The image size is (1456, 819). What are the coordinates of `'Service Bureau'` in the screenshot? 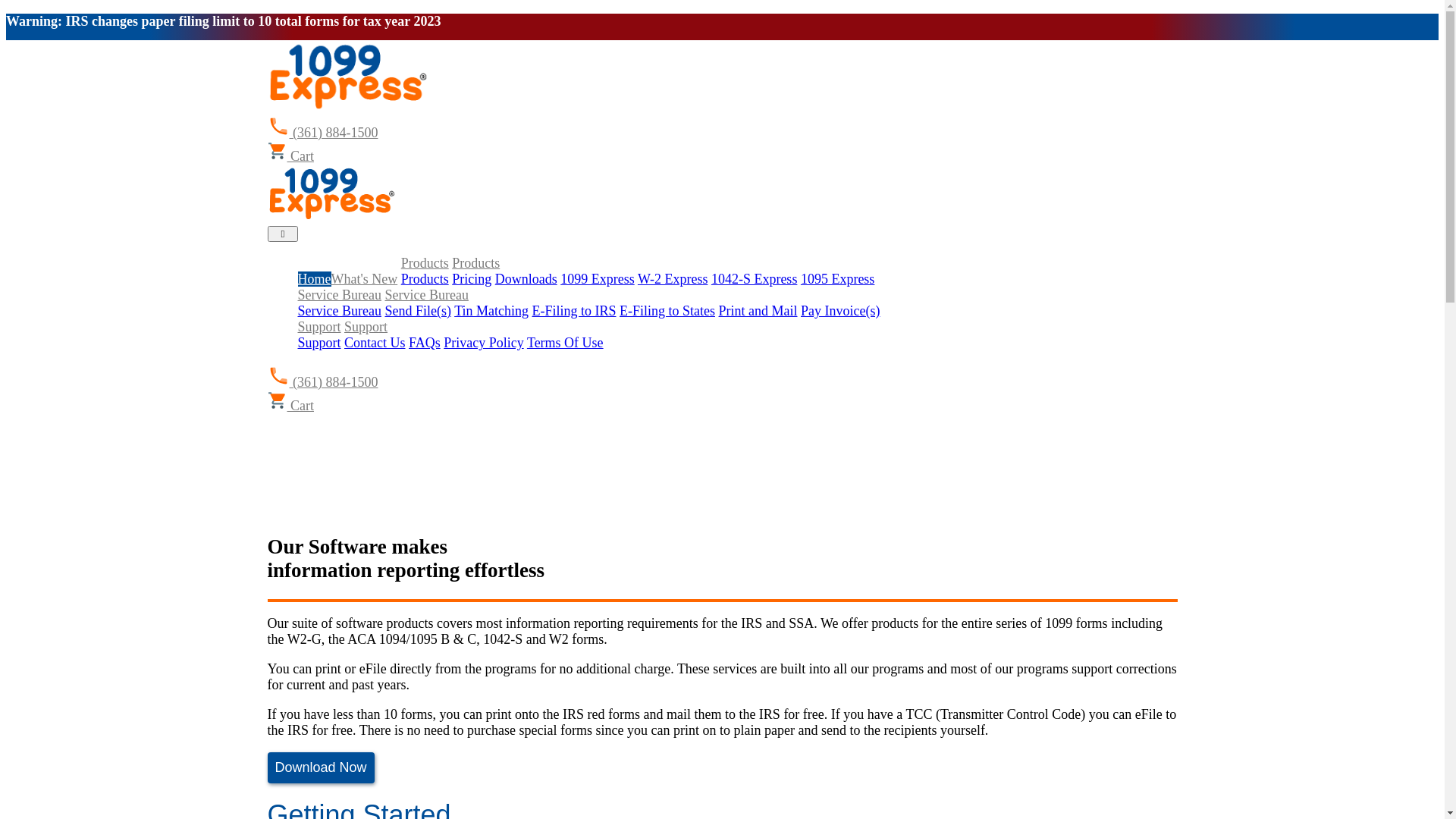 It's located at (425, 295).